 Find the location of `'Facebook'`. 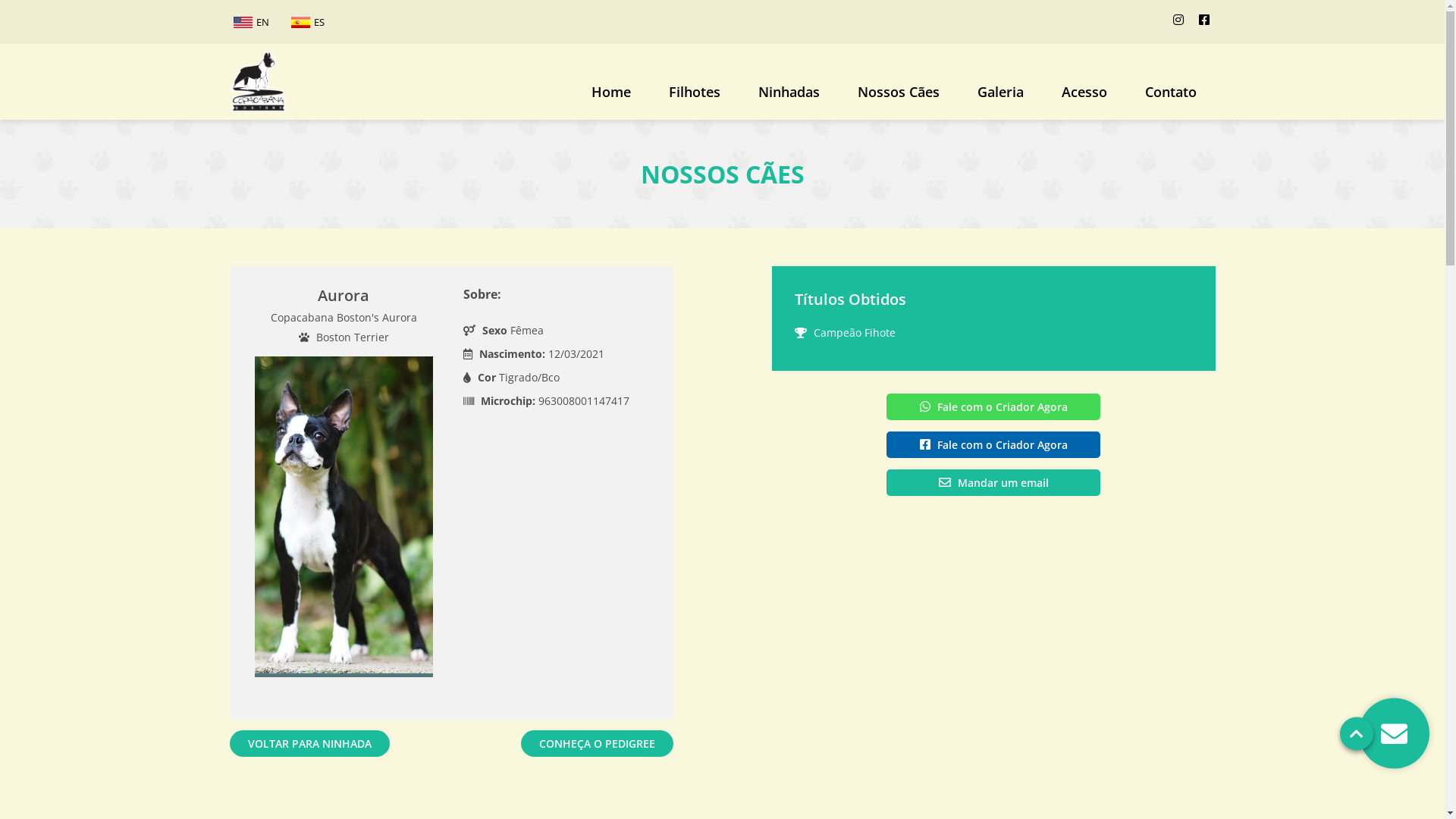

'Facebook' is located at coordinates (1203, 20).